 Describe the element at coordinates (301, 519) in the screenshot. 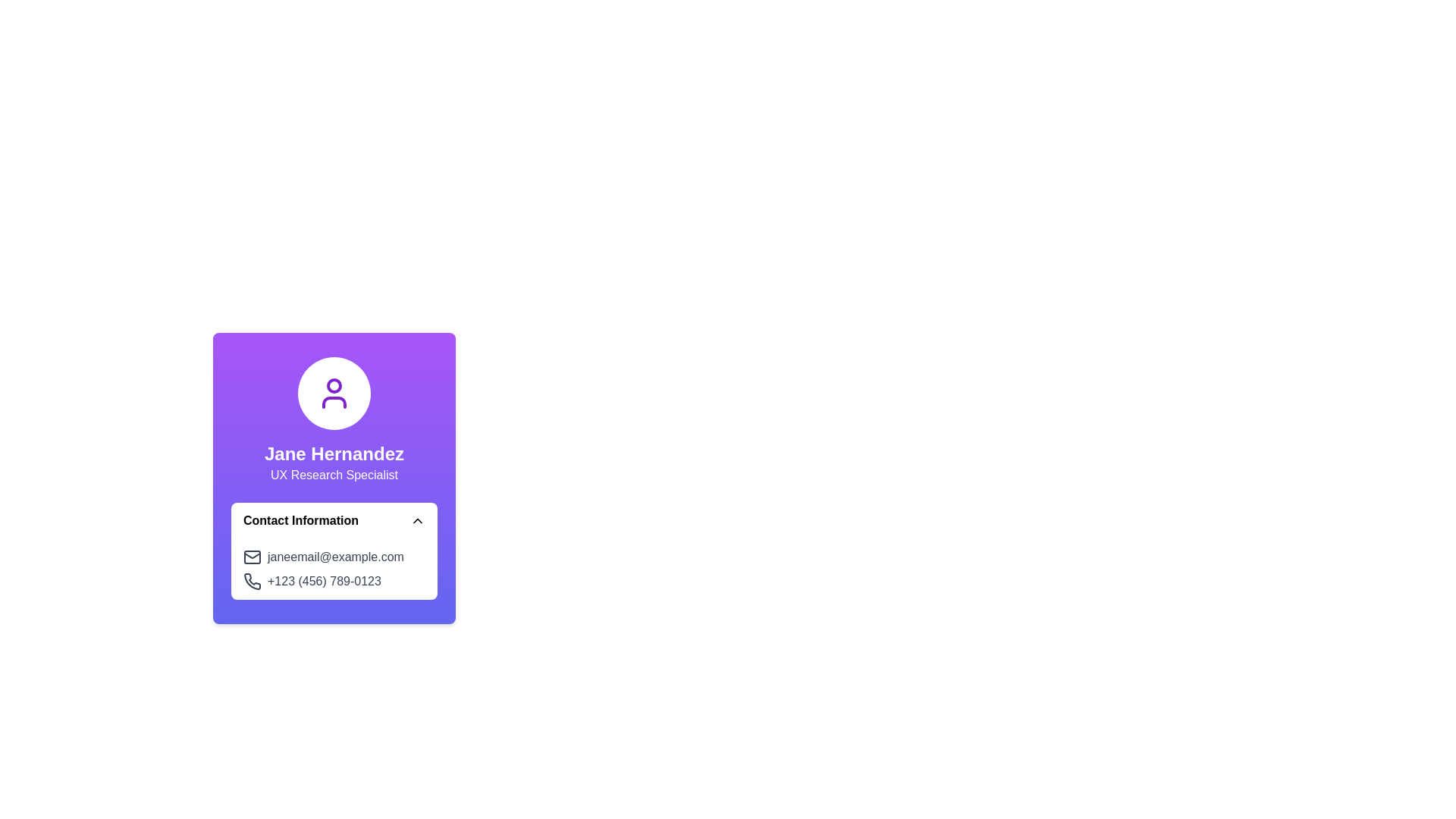

I see `the bold text label displaying 'Contact Information' that is prominently styled within a white card beneath a purple header` at that location.